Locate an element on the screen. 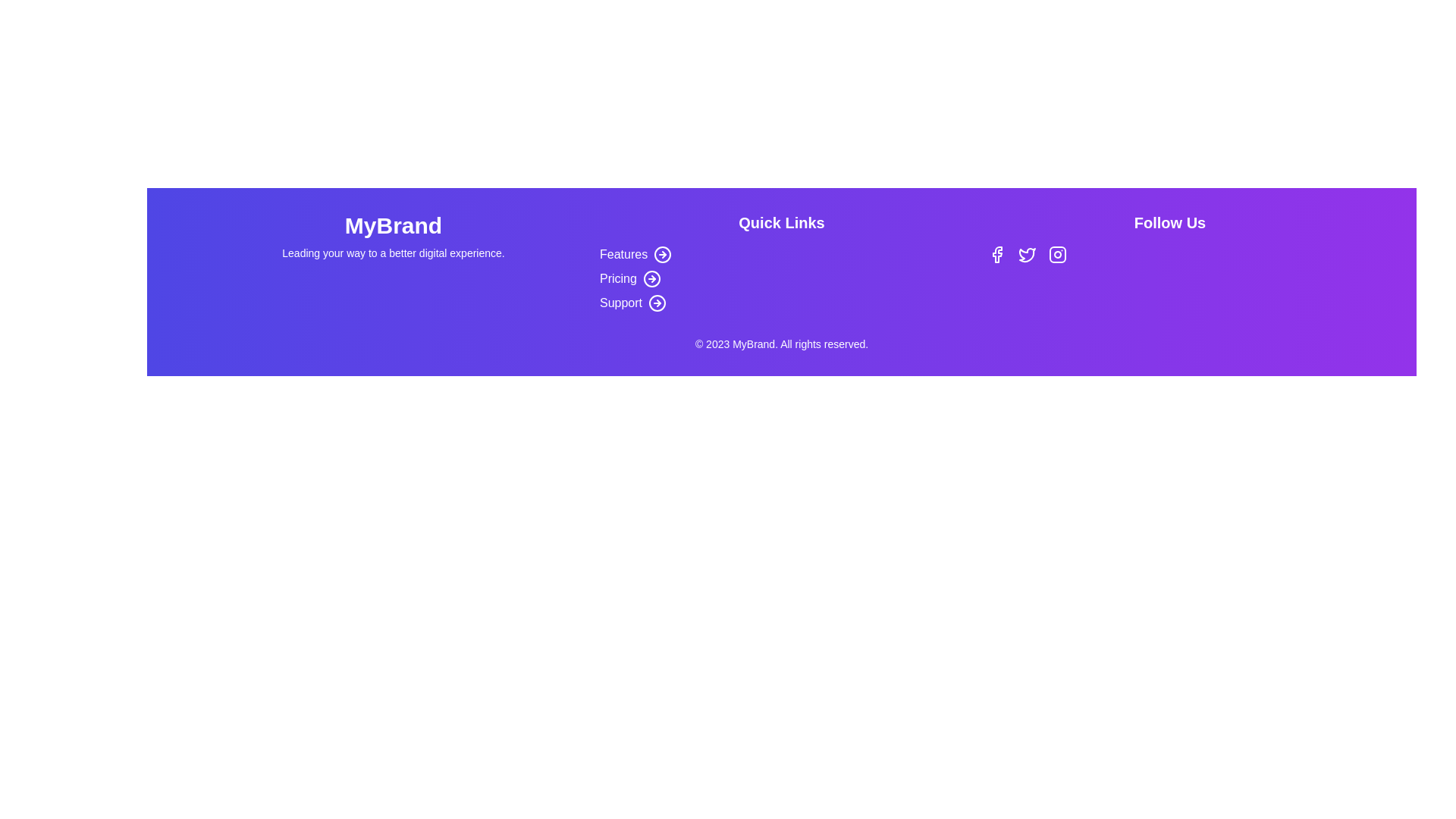 This screenshot has height=819, width=1456. the purple circular UI component with a white border, located within the right-facing arrow icon in the 'Quick Links' section of the footer, adjacent to the 'Pricing' text link is located at coordinates (651, 278).